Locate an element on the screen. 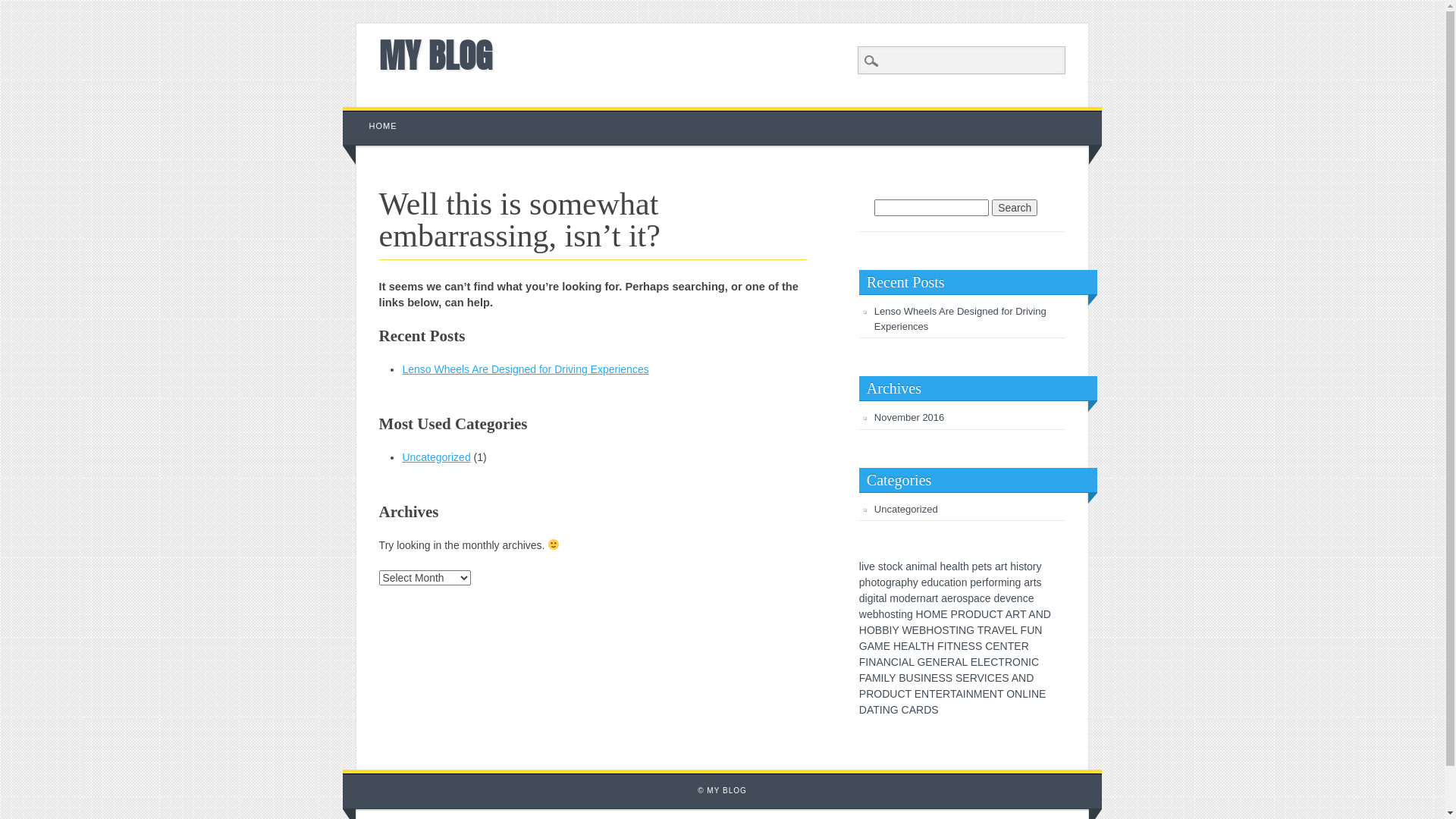 The height and width of the screenshot is (819, 1456). 't' is located at coordinates (950, 581).